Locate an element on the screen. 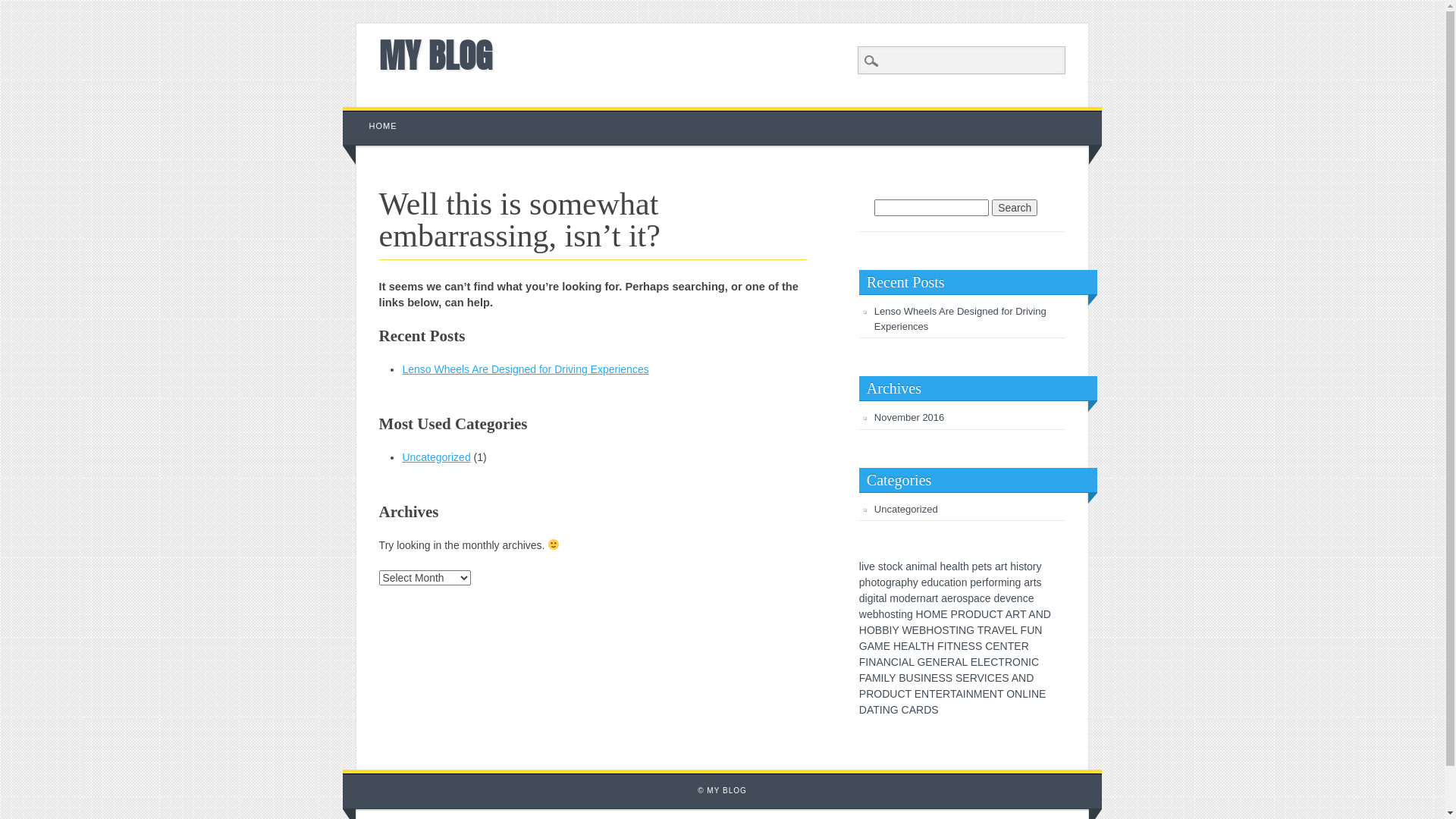 The height and width of the screenshot is (819, 1456). 't' is located at coordinates (950, 581).